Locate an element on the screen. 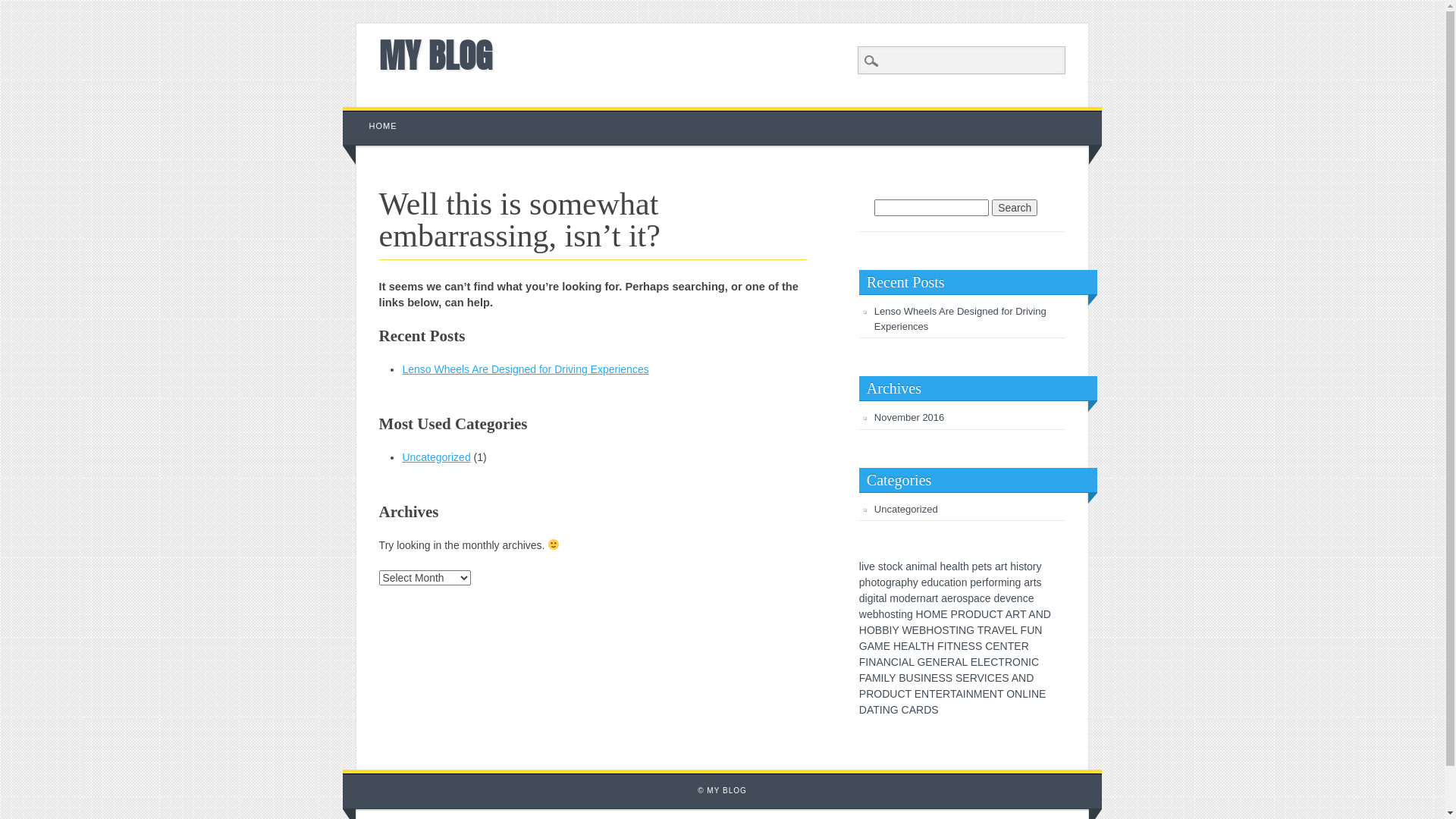 The height and width of the screenshot is (819, 1456). 't' is located at coordinates (950, 581).